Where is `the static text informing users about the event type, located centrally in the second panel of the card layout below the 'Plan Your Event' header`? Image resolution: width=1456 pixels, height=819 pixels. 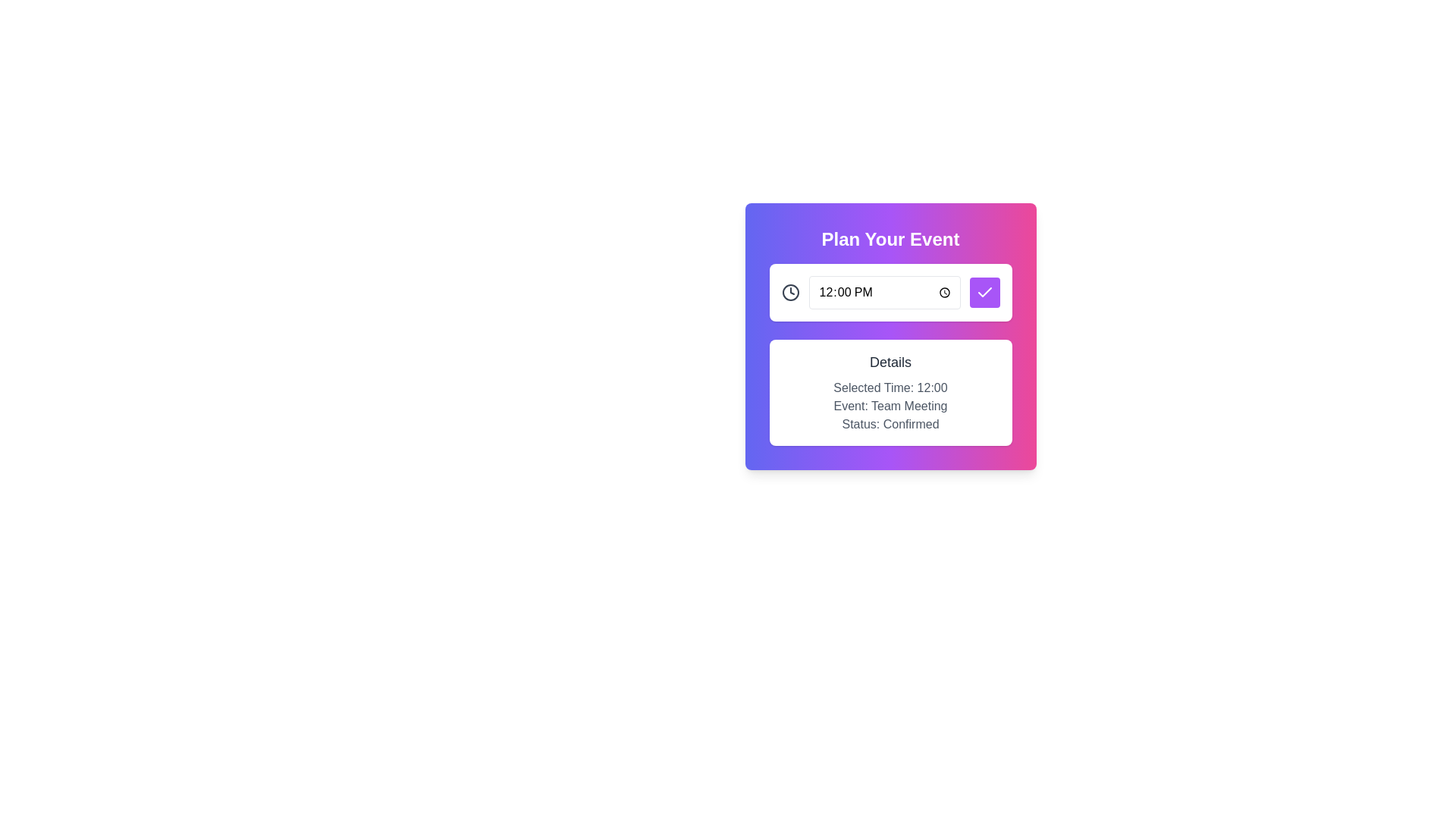
the static text informing users about the event type, located centrally in the second panel of the card layout below the 'Plan Your Event' header is located at coordinates (890, 406).